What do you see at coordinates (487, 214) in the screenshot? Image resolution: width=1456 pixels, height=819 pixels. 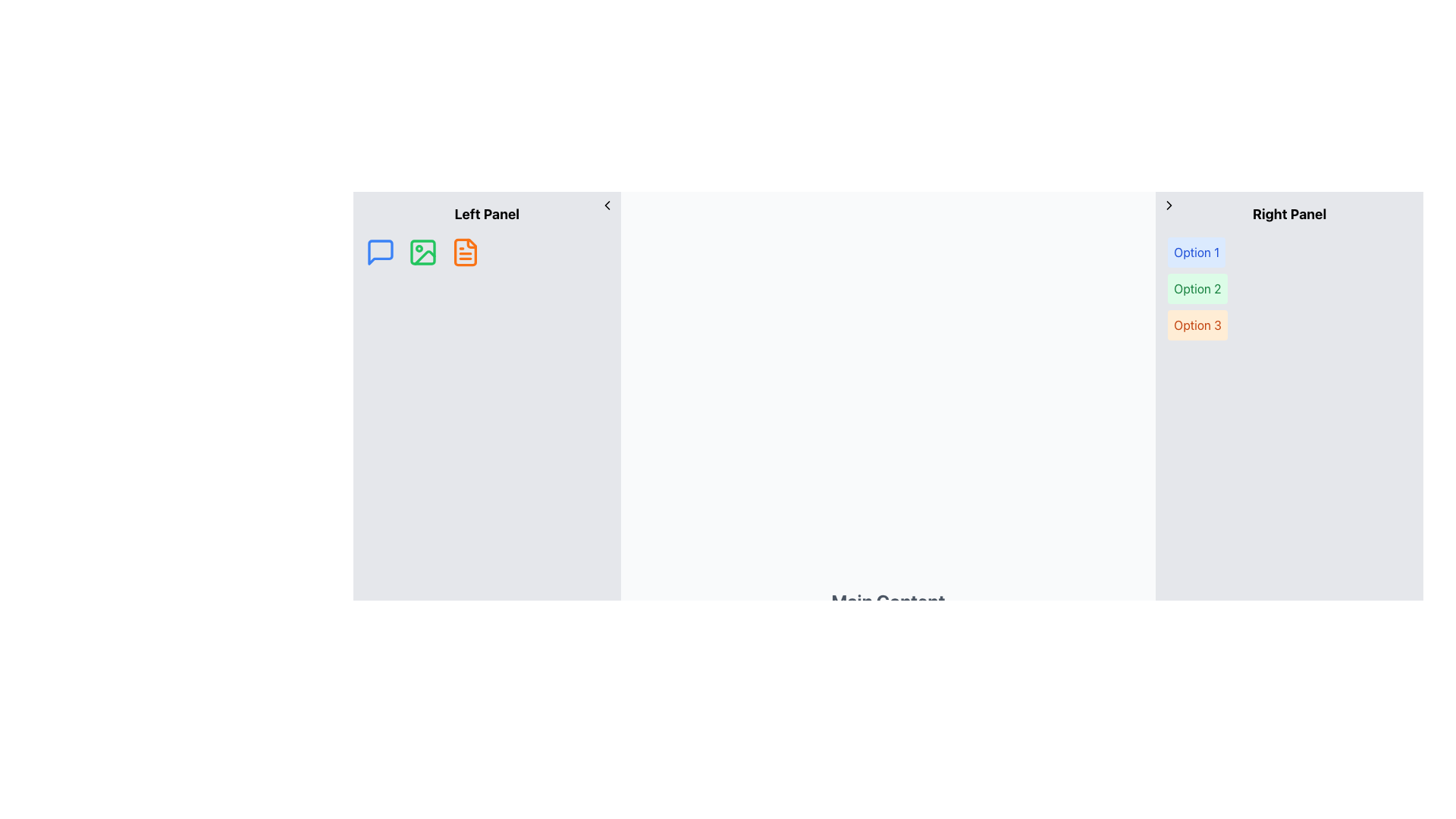 I see `the 'Left Panel' text label, which is a bold text element positioned at the top-left of the interface above a row of icons` at bounding box center [487, 214].